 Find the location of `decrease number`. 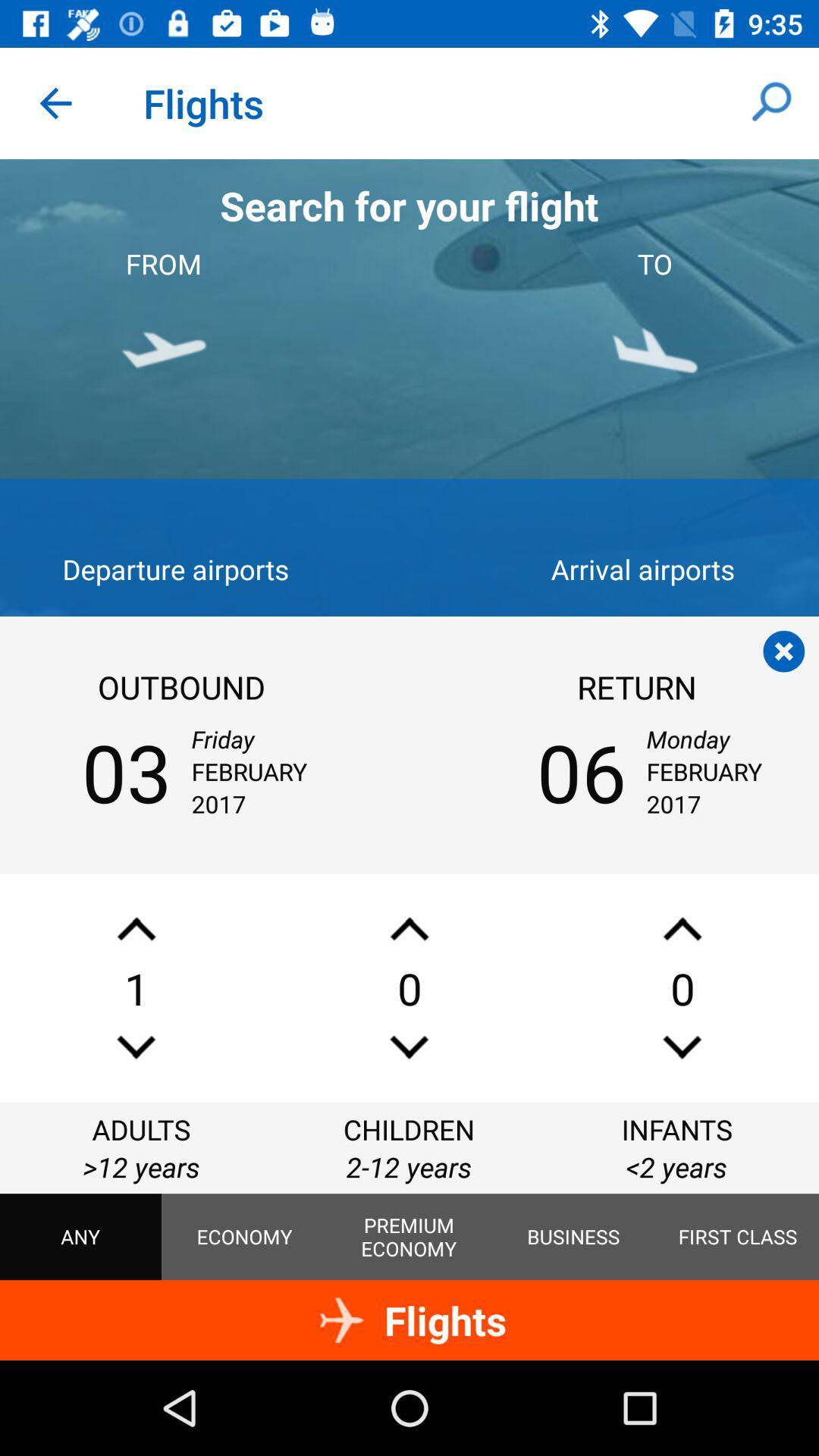

decrease number is located at coordinates (681, 1046).